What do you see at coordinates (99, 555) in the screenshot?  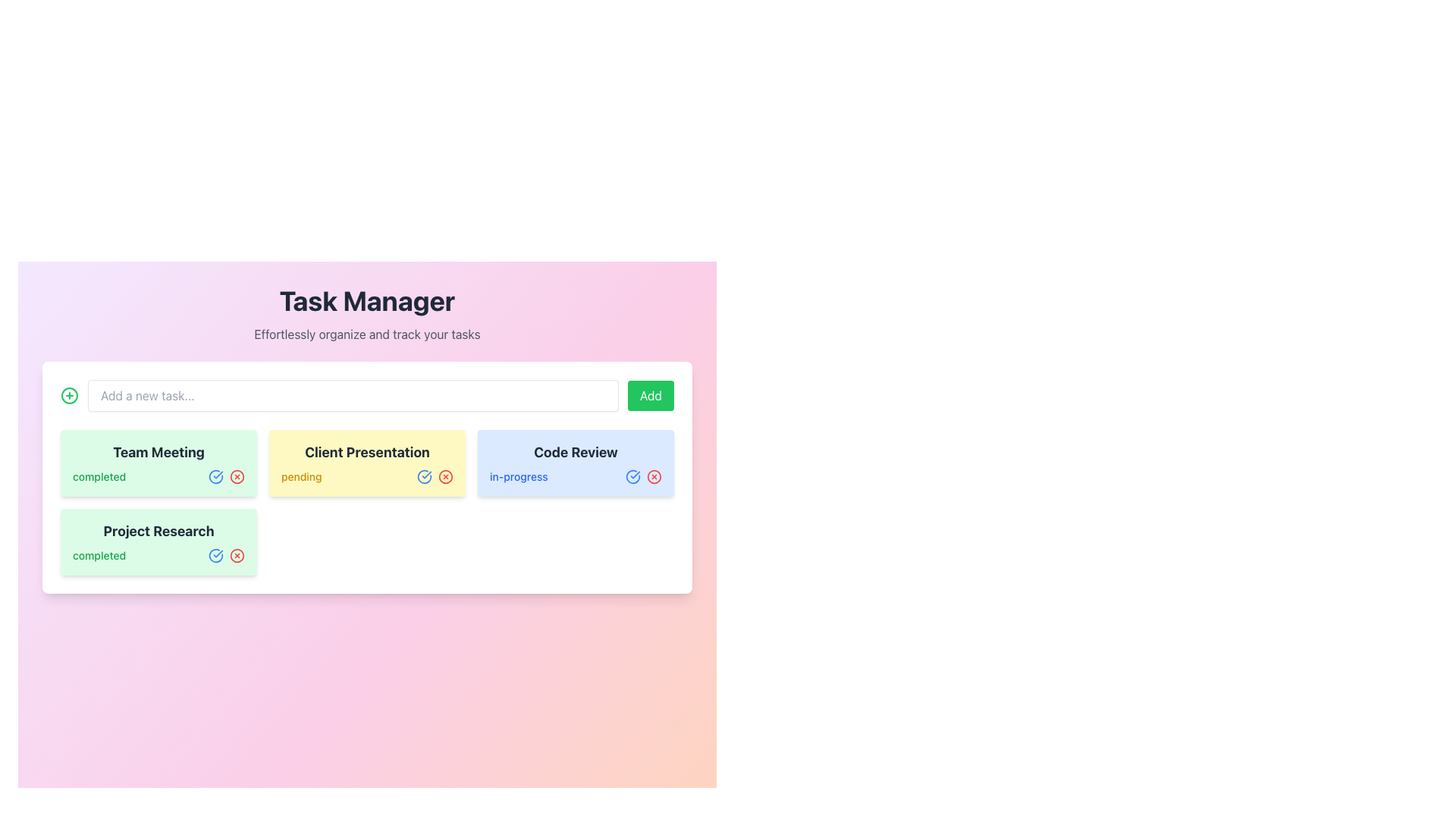 I see `the Text Label that indicates the completion status of the associated task within the 'Project Research' task card, located directly below the 'Team Meeting' card` at bounding box center [99, 555].